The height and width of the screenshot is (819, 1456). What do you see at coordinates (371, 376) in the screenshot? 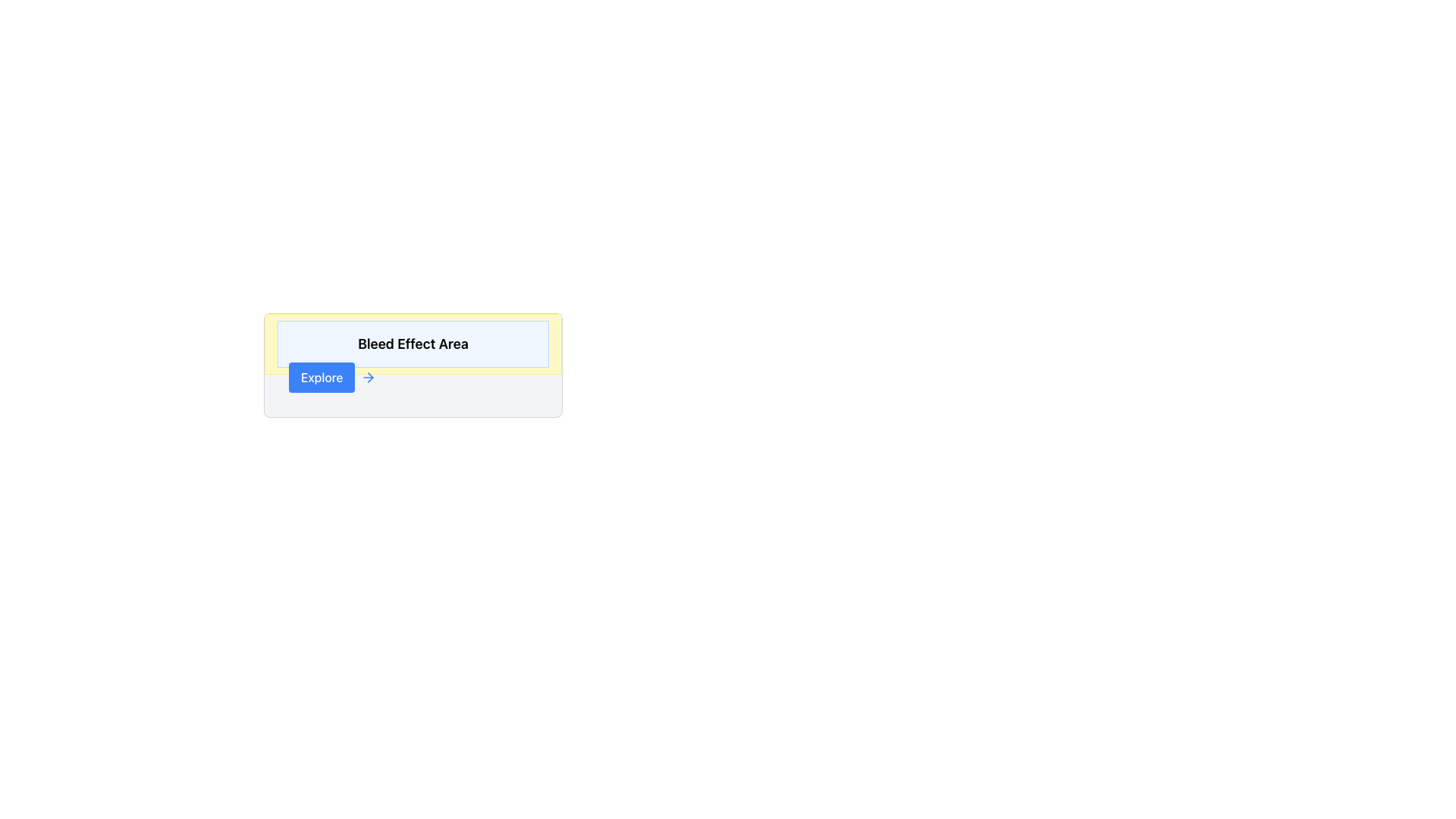
I see `the arrow icon that represents navigation forward, located to the right of the 'Explore' button` at bounding box center [371, 376].